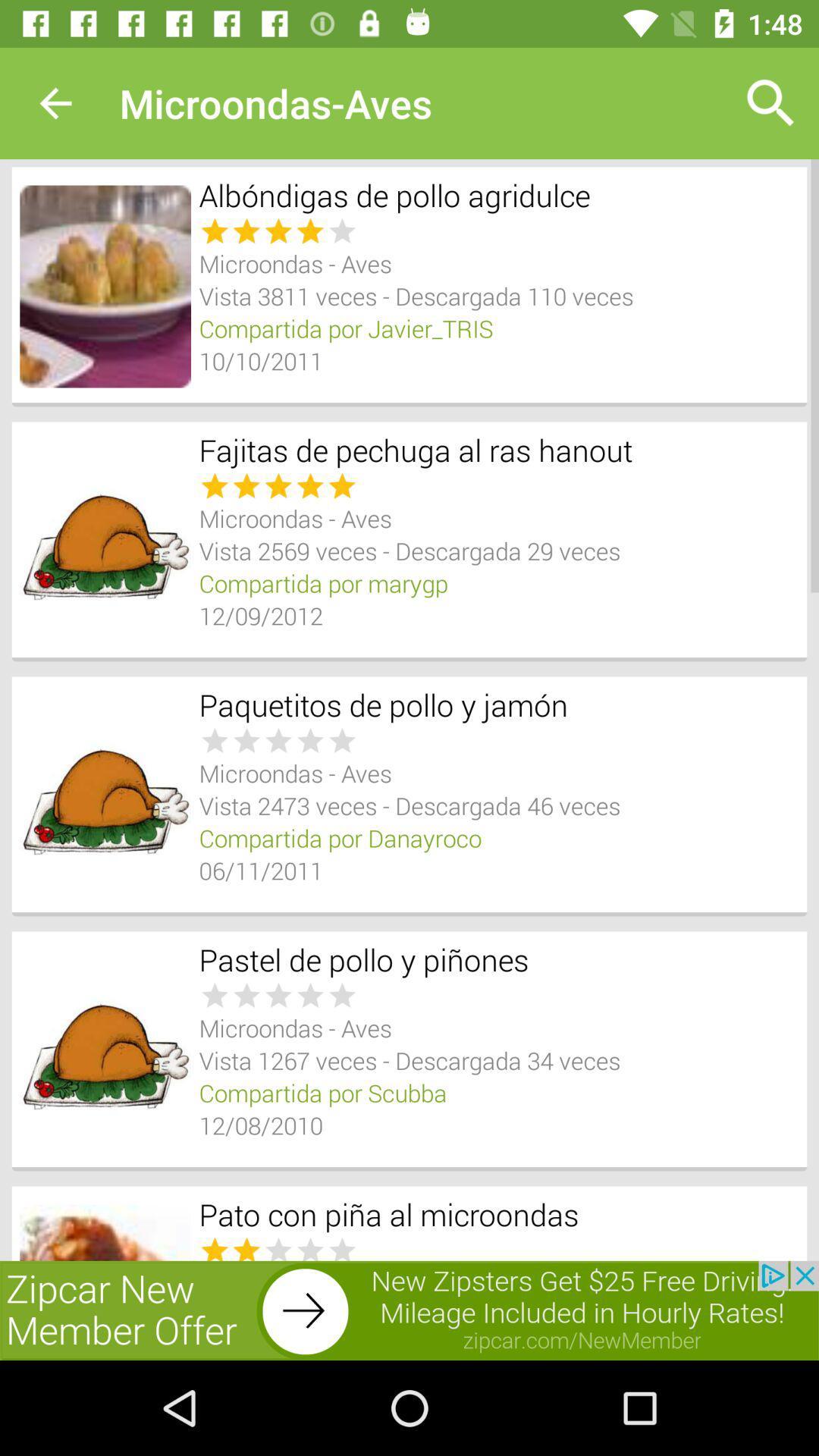 The image size is (819, 1456). Describe the element at coordinates (771, 103) in the screenshot. I see `the icon beside microondasaves` at that location.